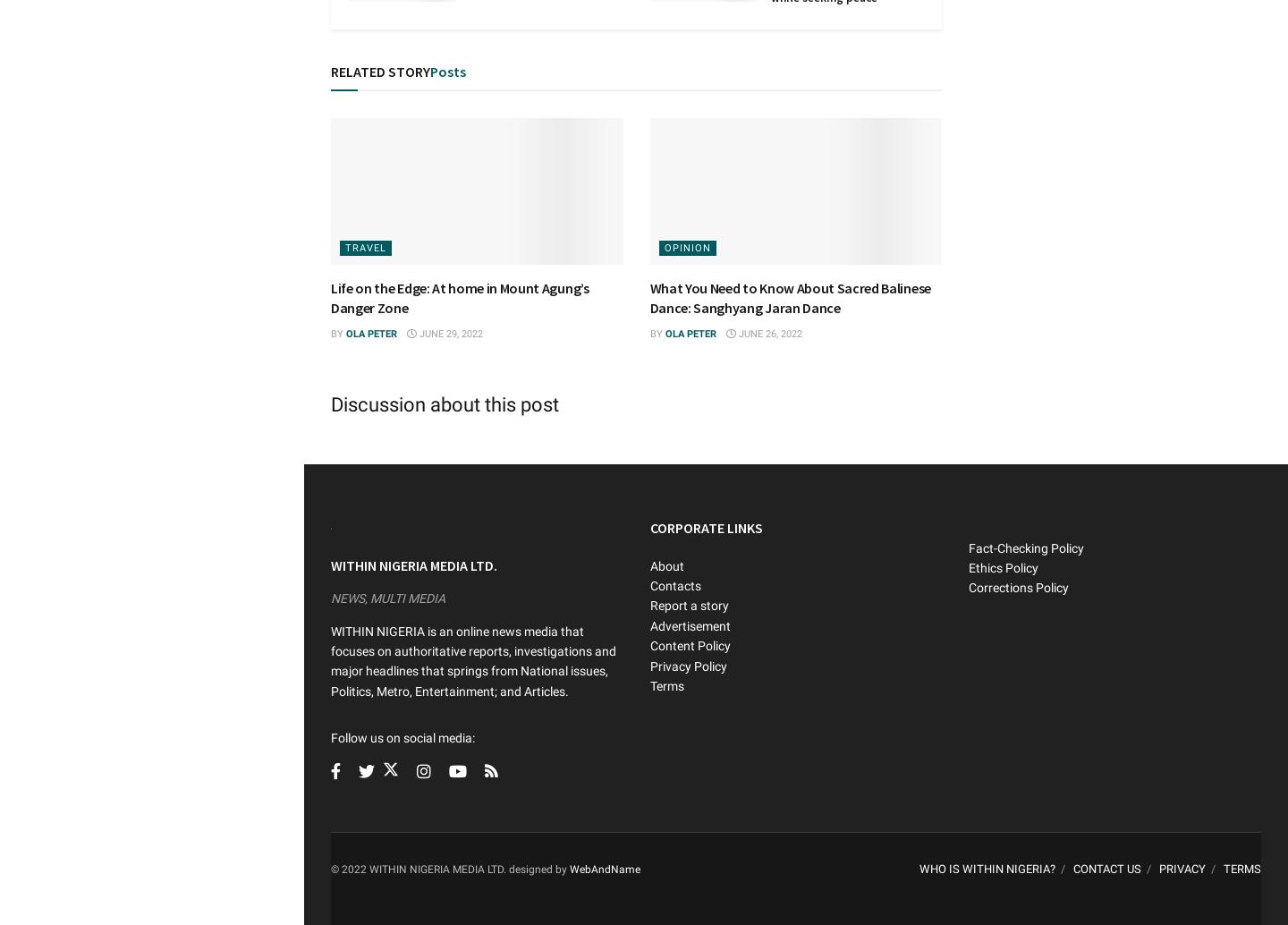  Describe the element at coordinates (446, 72) in the screenshot. I see `'Posts'` at that location.